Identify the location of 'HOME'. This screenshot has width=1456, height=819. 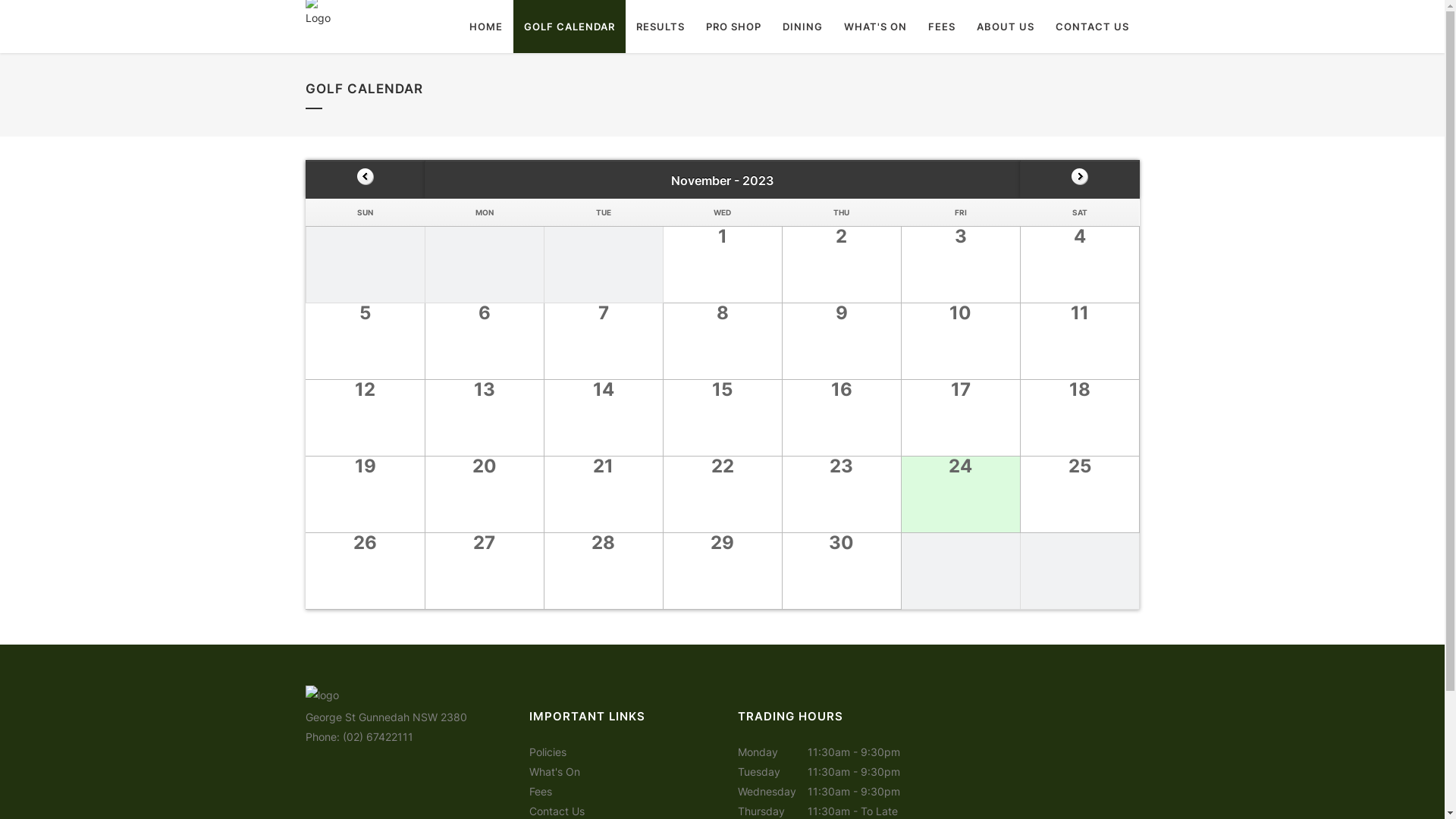
(484, 26).